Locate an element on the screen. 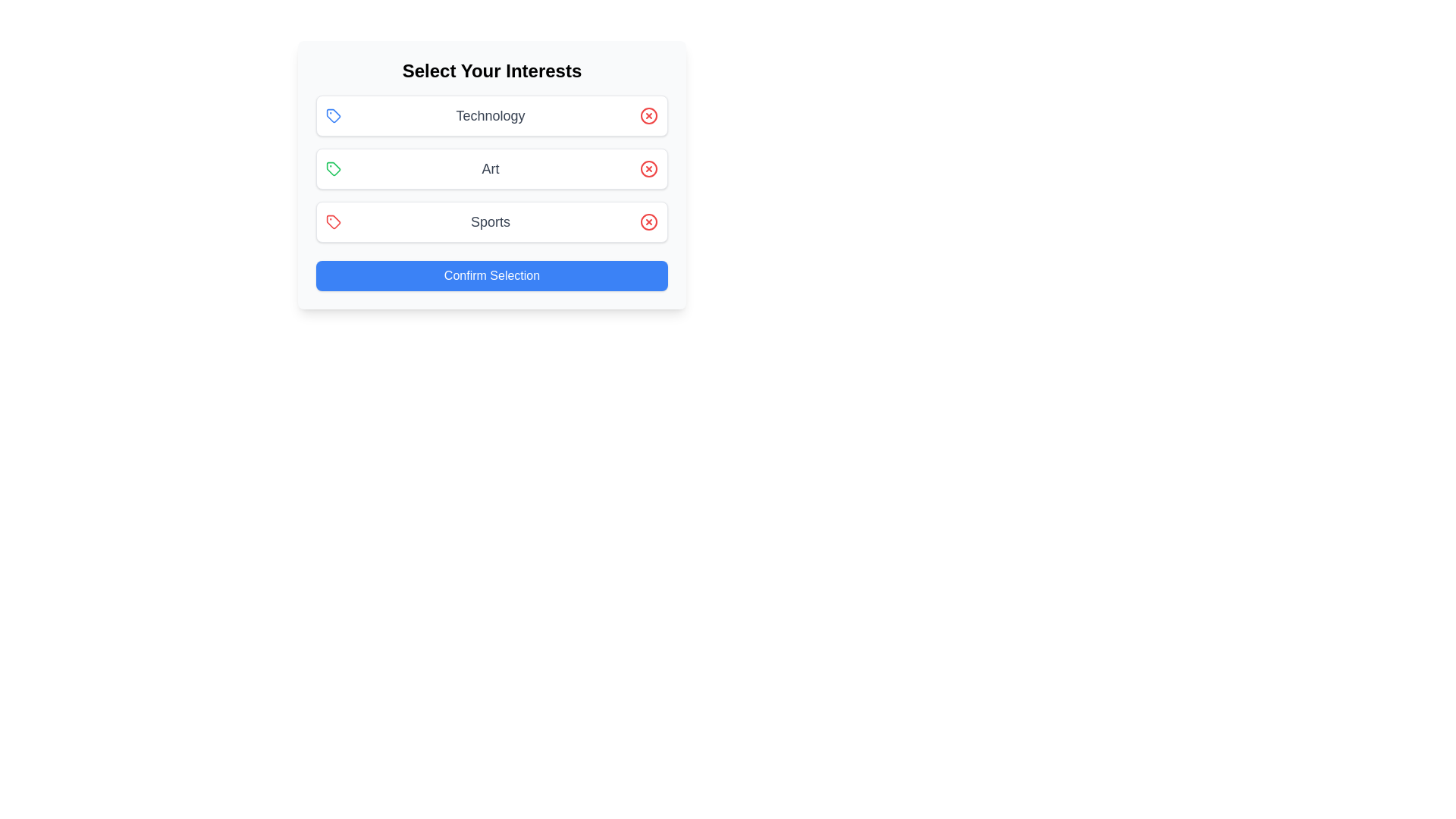 The width and height of the screenshot is (1456, 819). the text 'Select Your Interests' to select it is located at coordinates (491, 71).